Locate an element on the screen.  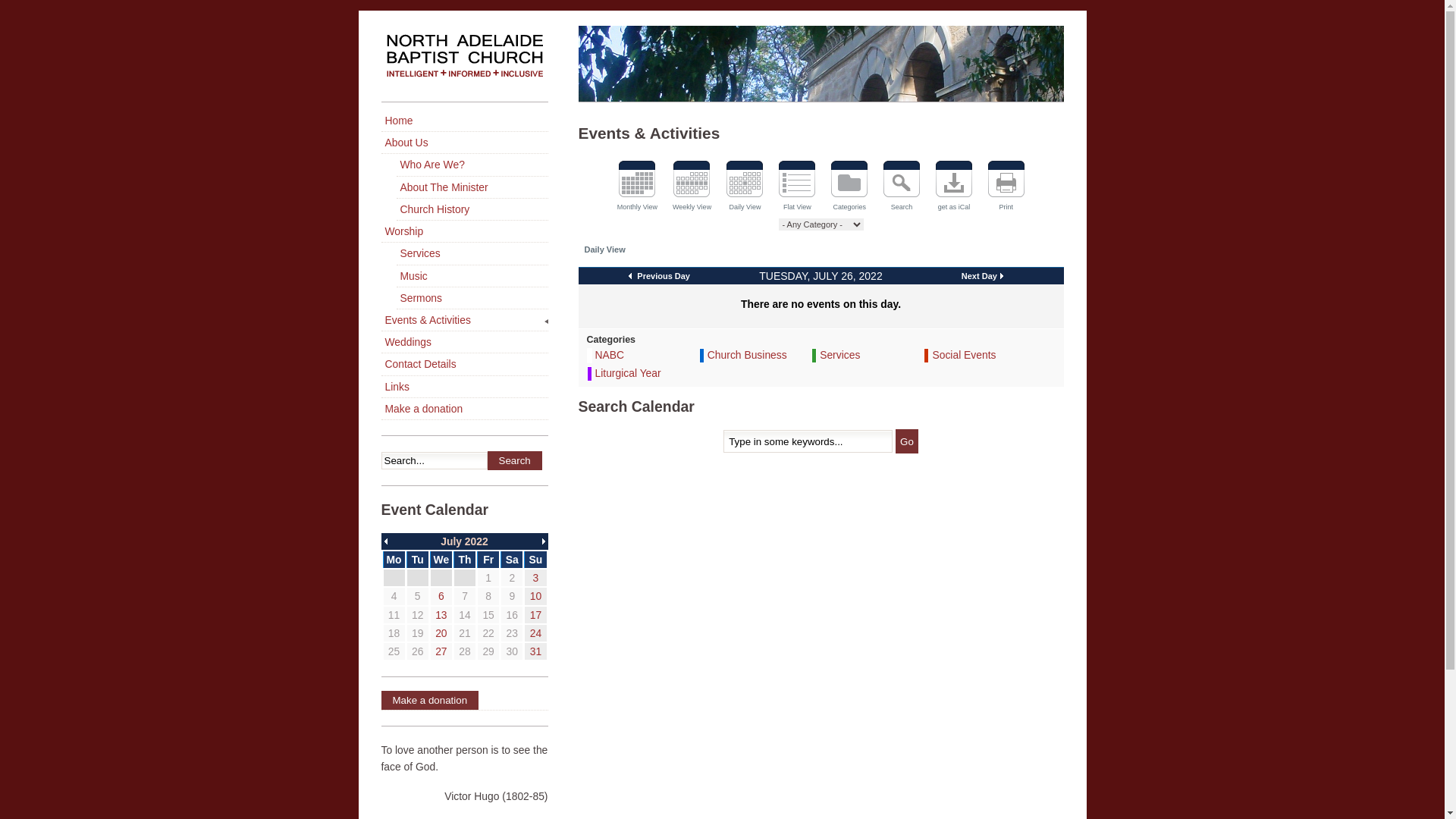
'About Us' is located at coordinates (463, 143).